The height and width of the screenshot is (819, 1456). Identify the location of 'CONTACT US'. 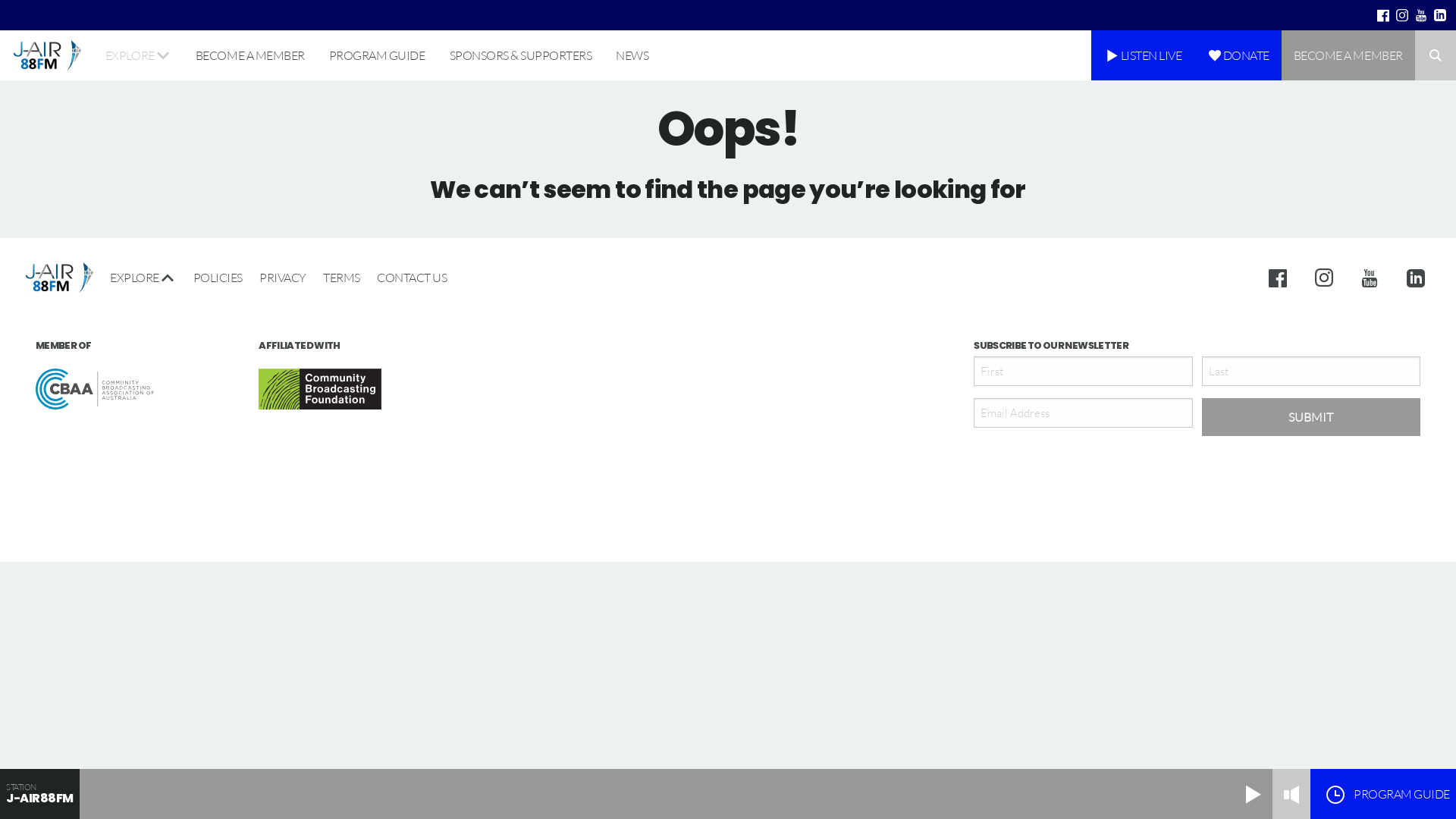
(368, 278).